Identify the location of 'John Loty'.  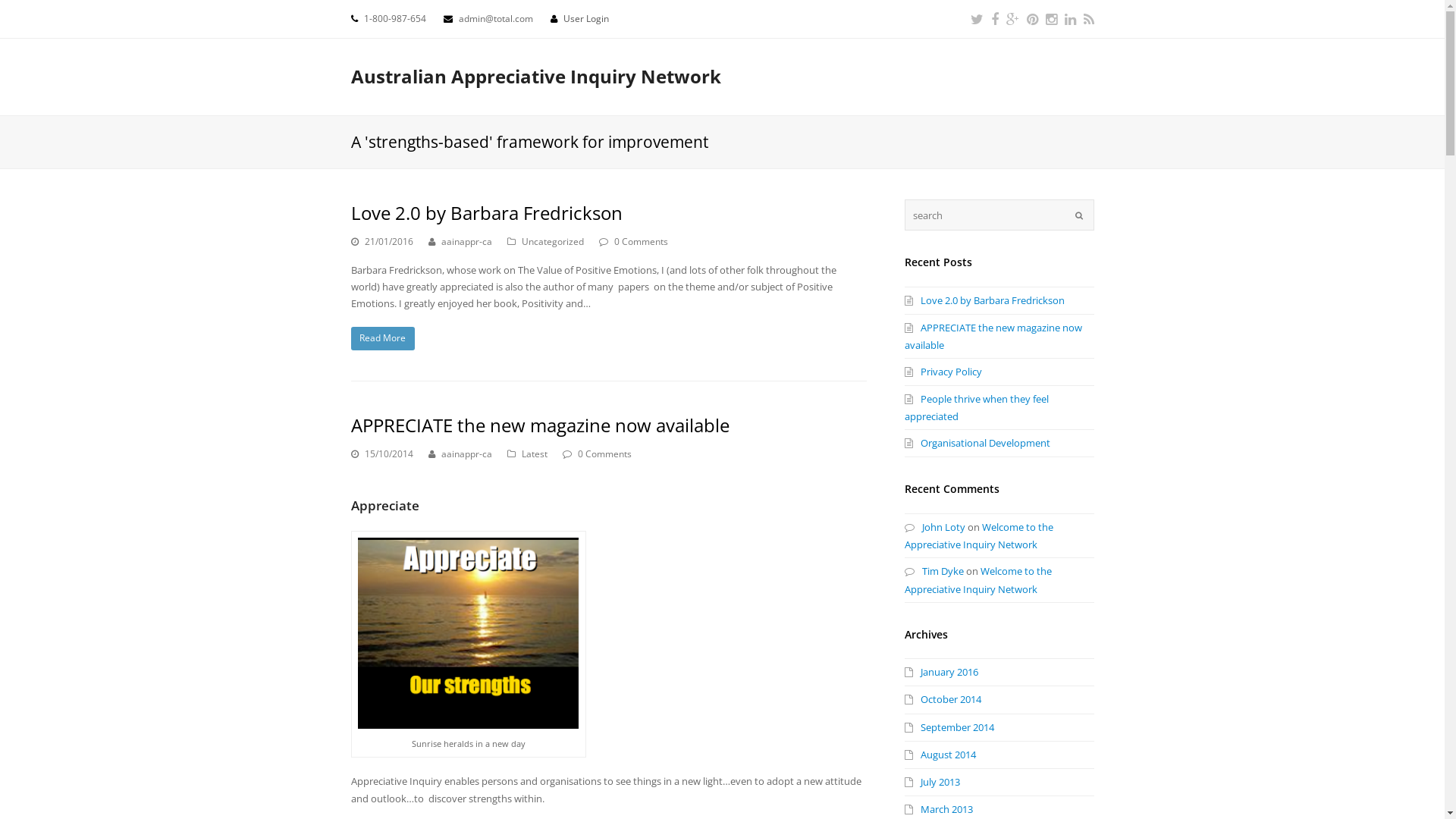
(934, 526).